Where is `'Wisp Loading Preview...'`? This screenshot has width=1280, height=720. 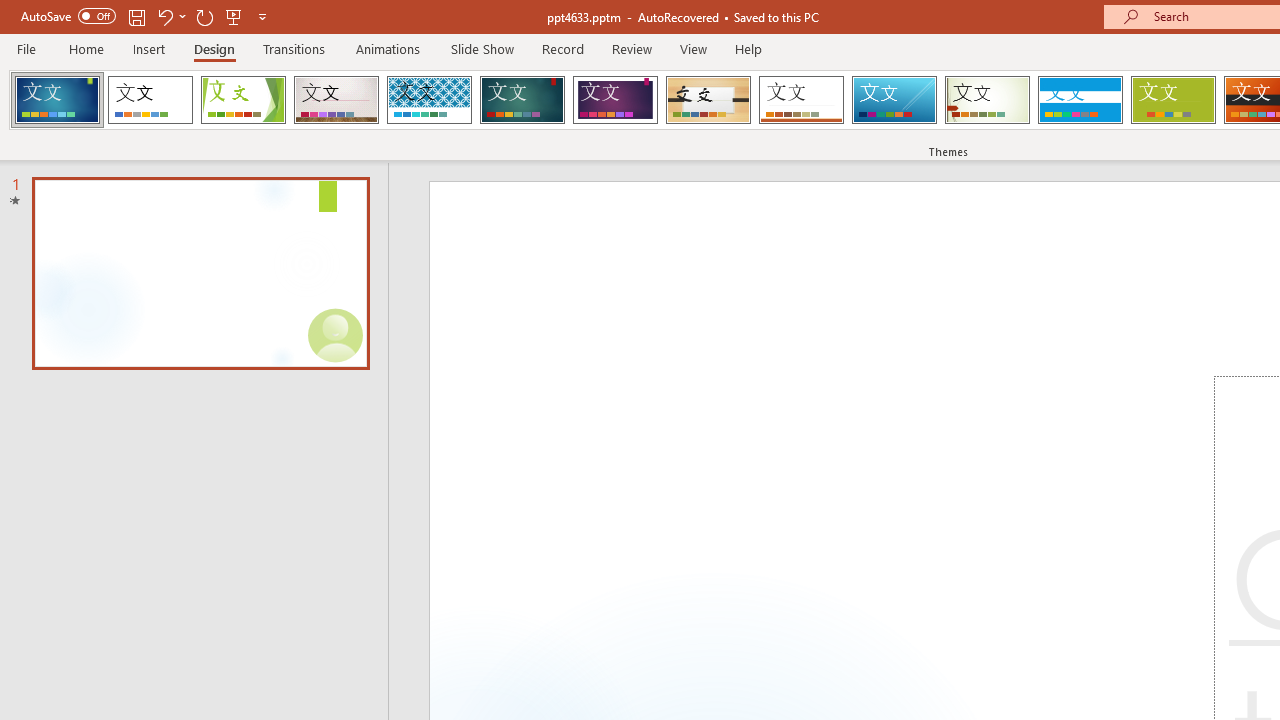
'Wisp Loading Preview...' is located at coordinates (987, 100).